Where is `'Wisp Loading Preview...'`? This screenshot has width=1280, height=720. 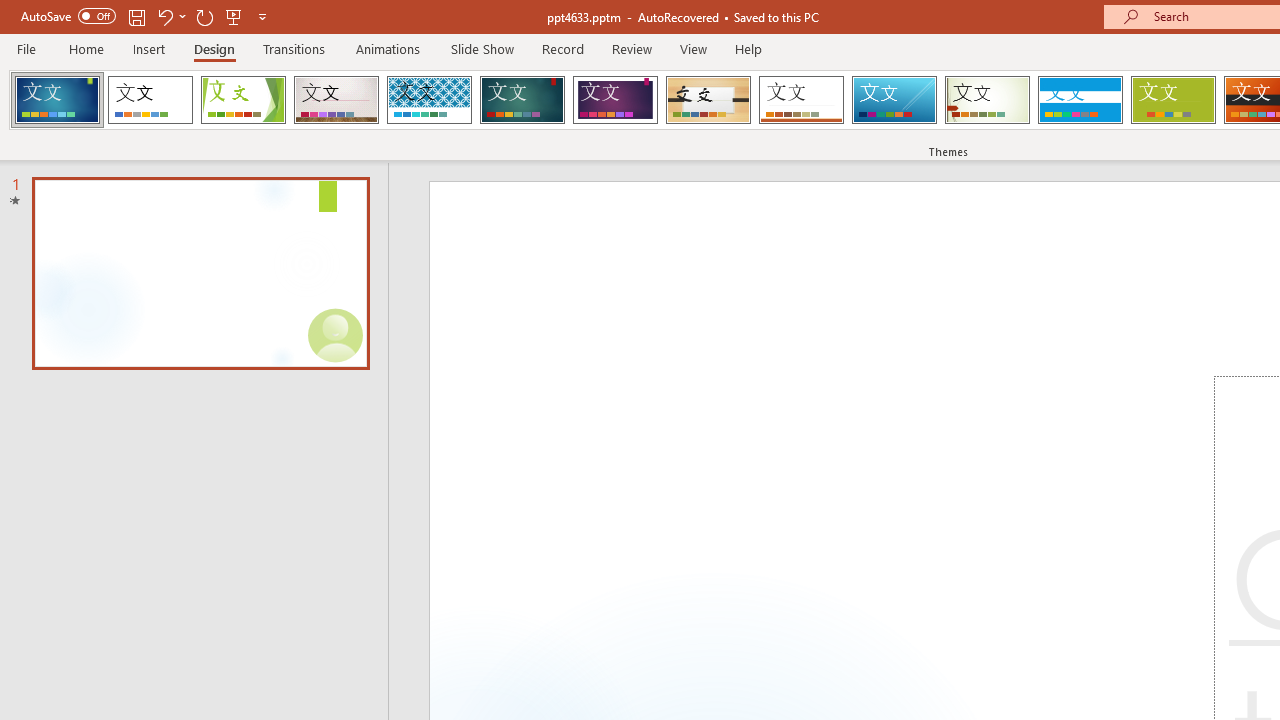
'Wisp Loading Preview...' is located at coordinates (987, 100).